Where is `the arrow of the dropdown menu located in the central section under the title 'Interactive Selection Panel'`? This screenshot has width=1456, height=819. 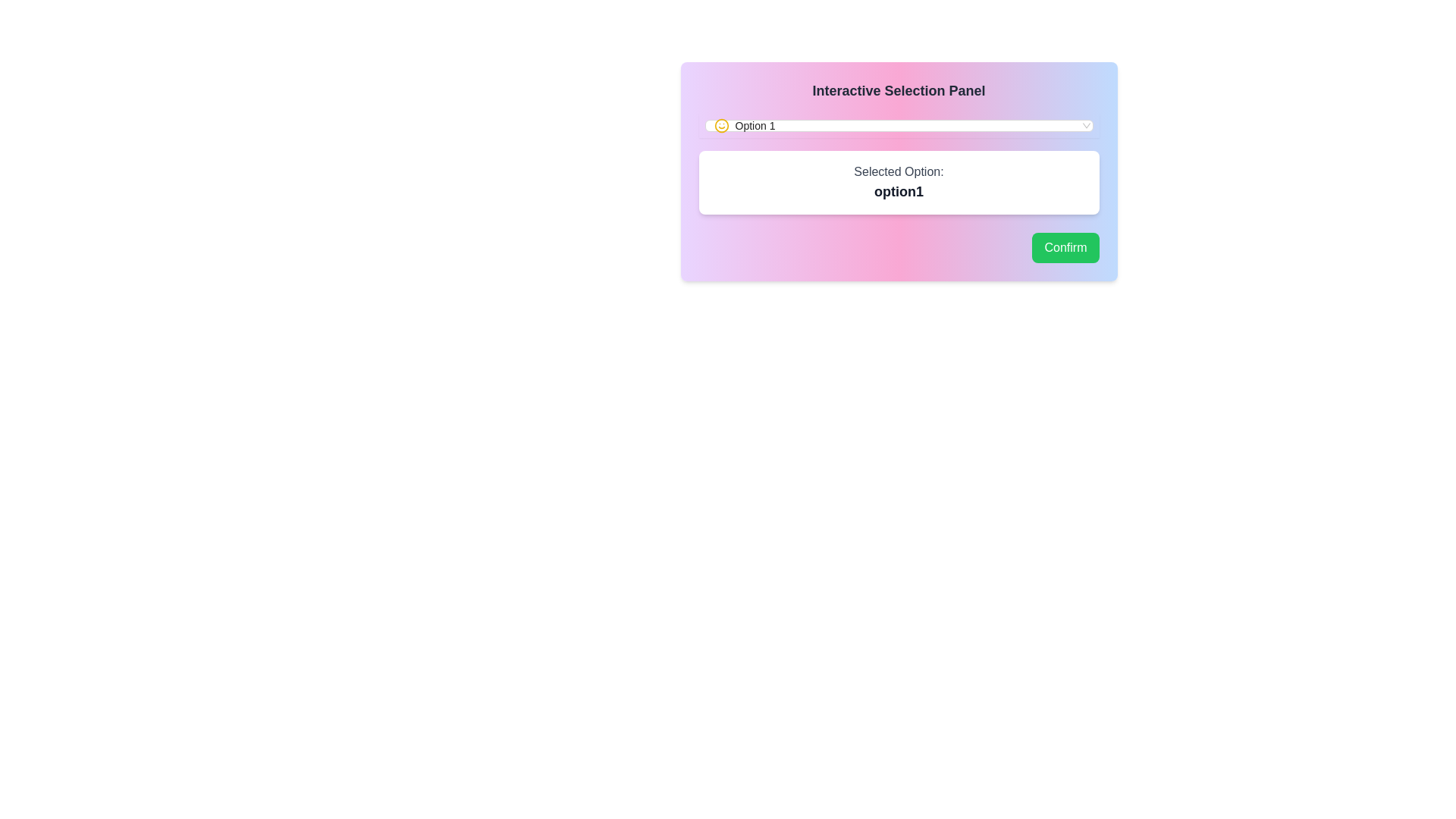 the arrow of the dropdown menu located in the central section under the title 'Interactive Selection Panel' is located at coordinates (899, 124).